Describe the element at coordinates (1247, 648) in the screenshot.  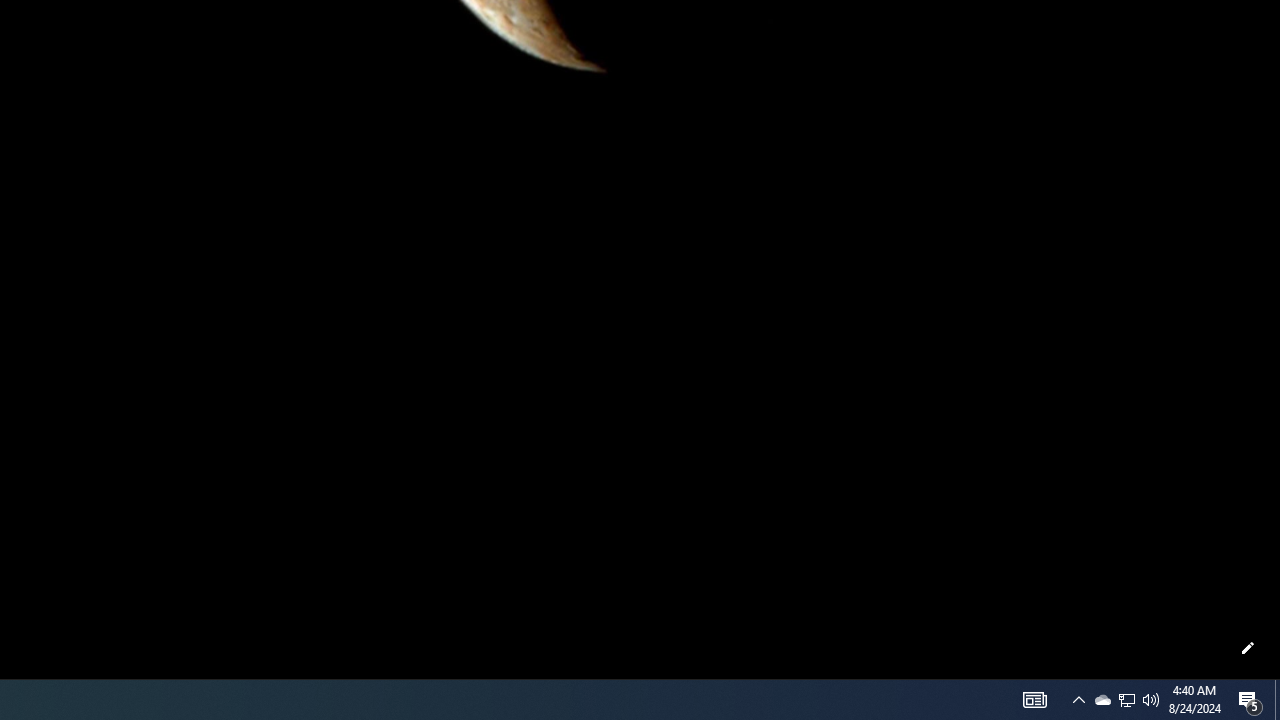
I see `'Customize this page'` at that location.